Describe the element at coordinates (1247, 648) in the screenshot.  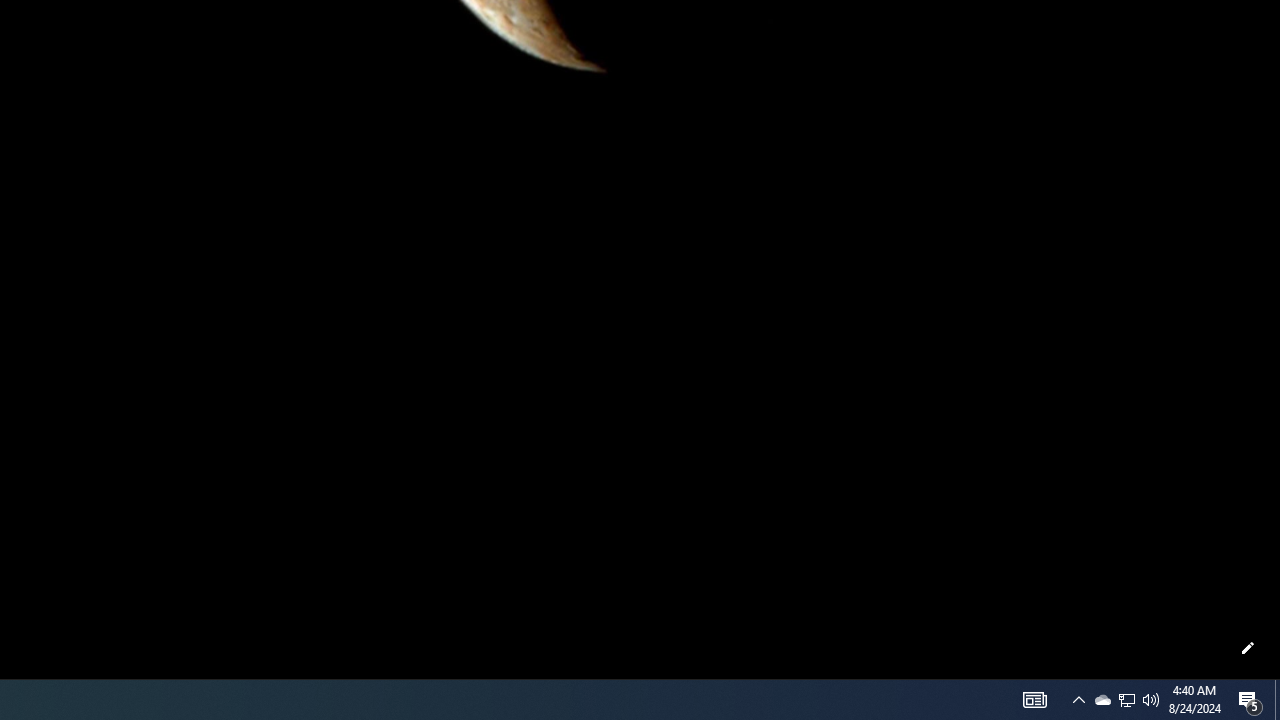
I see `'Customize this page'` at that location.